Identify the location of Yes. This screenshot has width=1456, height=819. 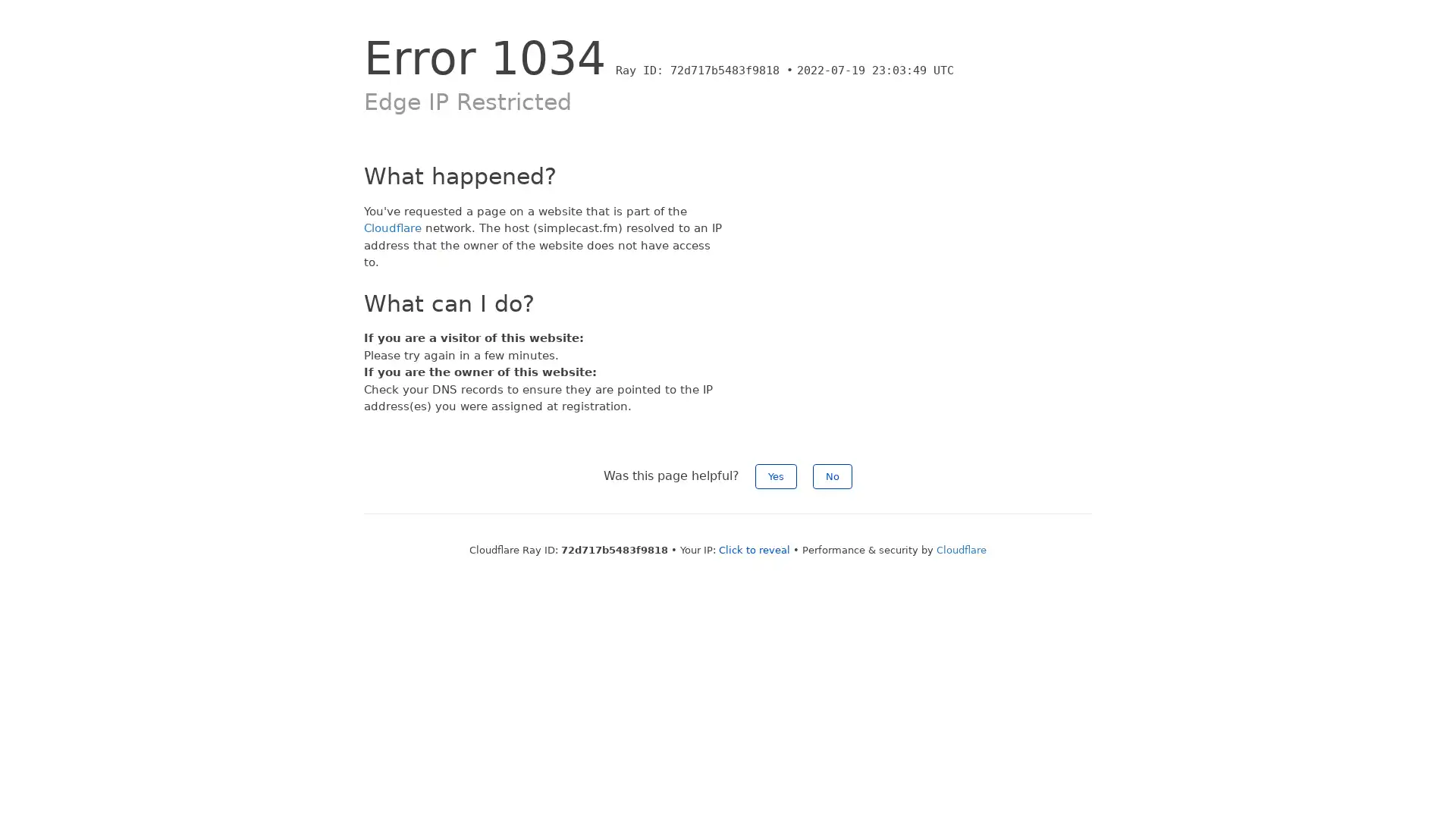
(776, 475).